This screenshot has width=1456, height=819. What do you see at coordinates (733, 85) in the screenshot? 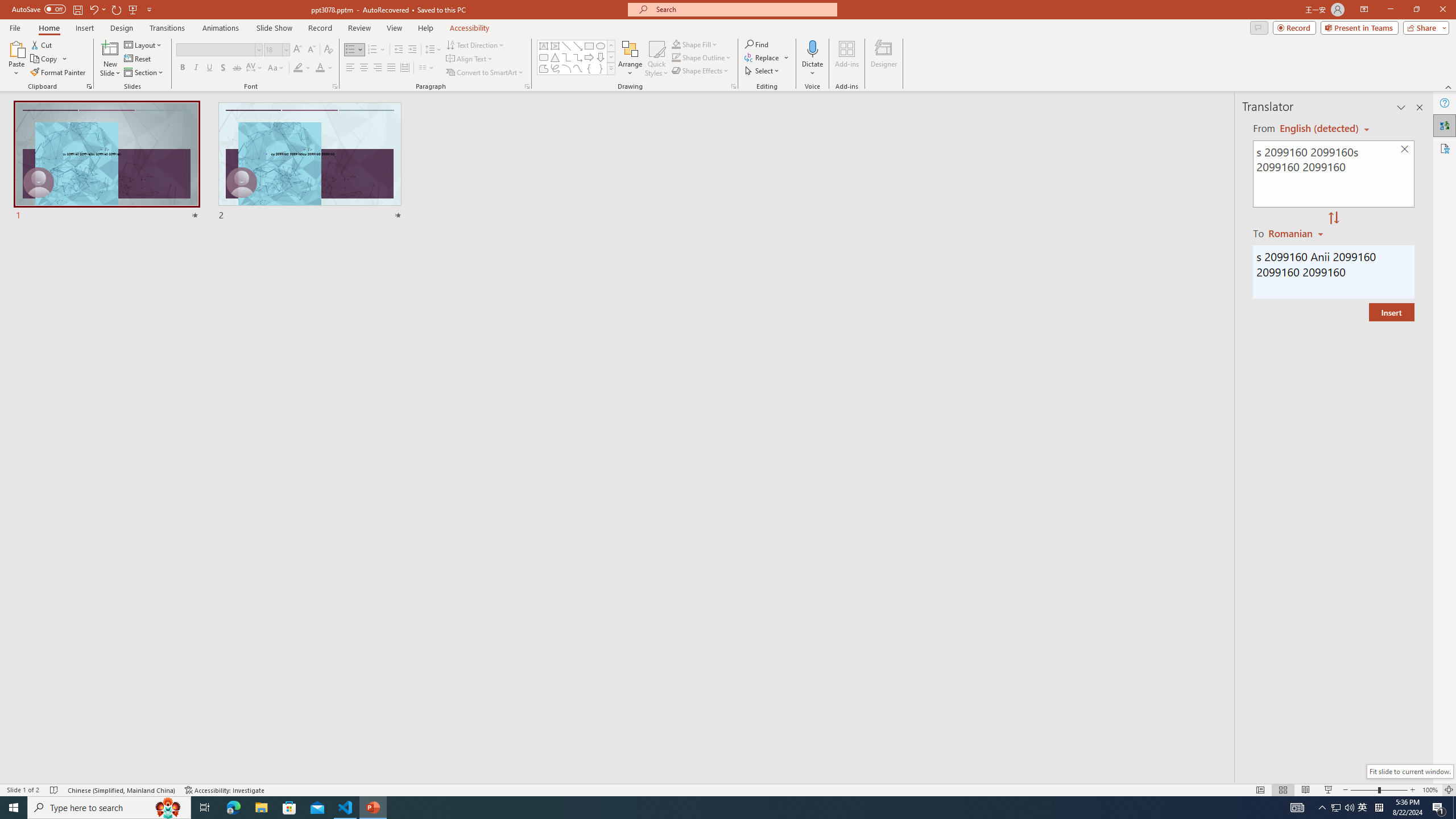
I see `'Format Object...'` at bounding box center [733, 85].